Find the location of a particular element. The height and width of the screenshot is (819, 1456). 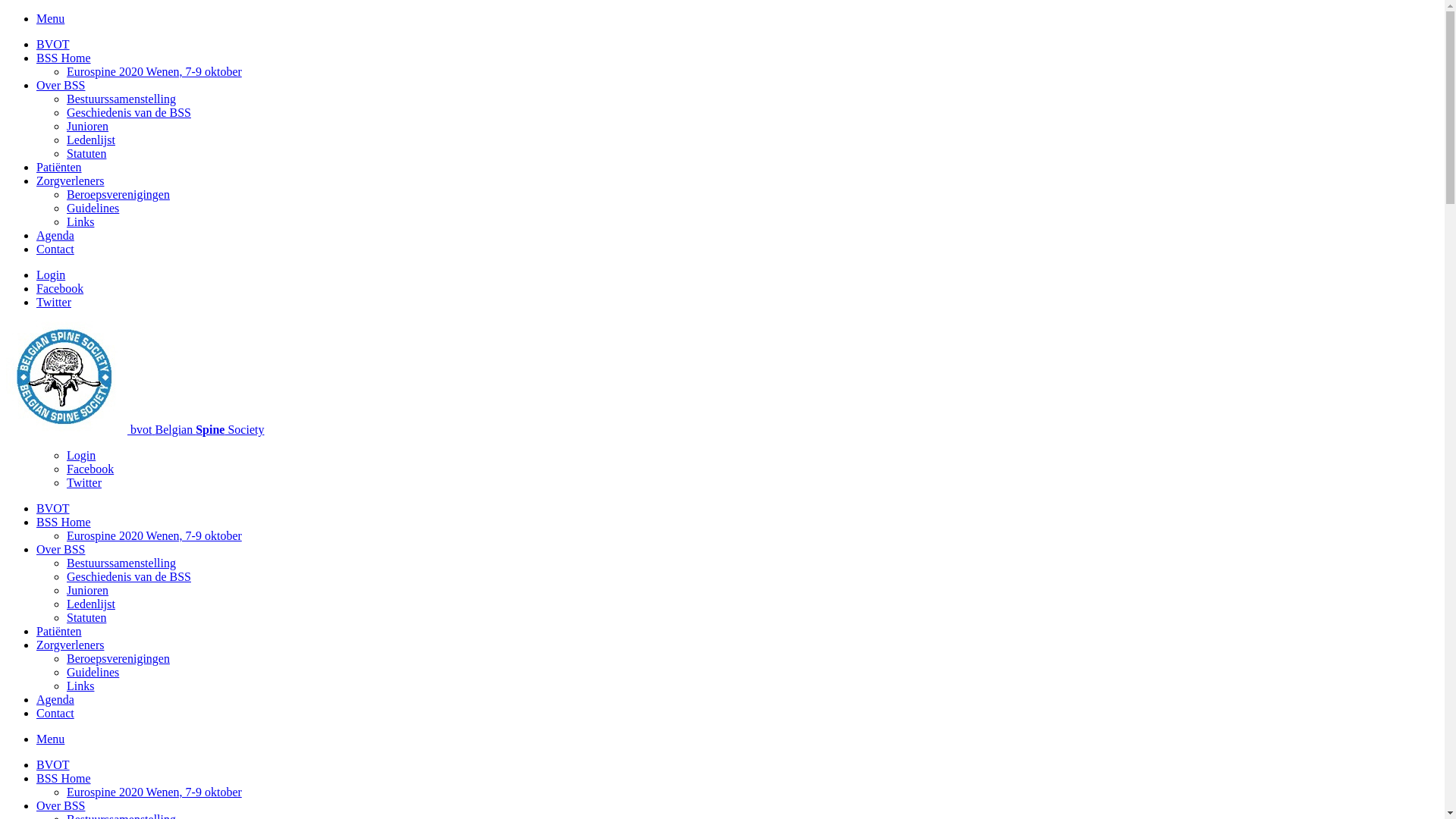

'BSS Home' is located at coordinates (62, 57).